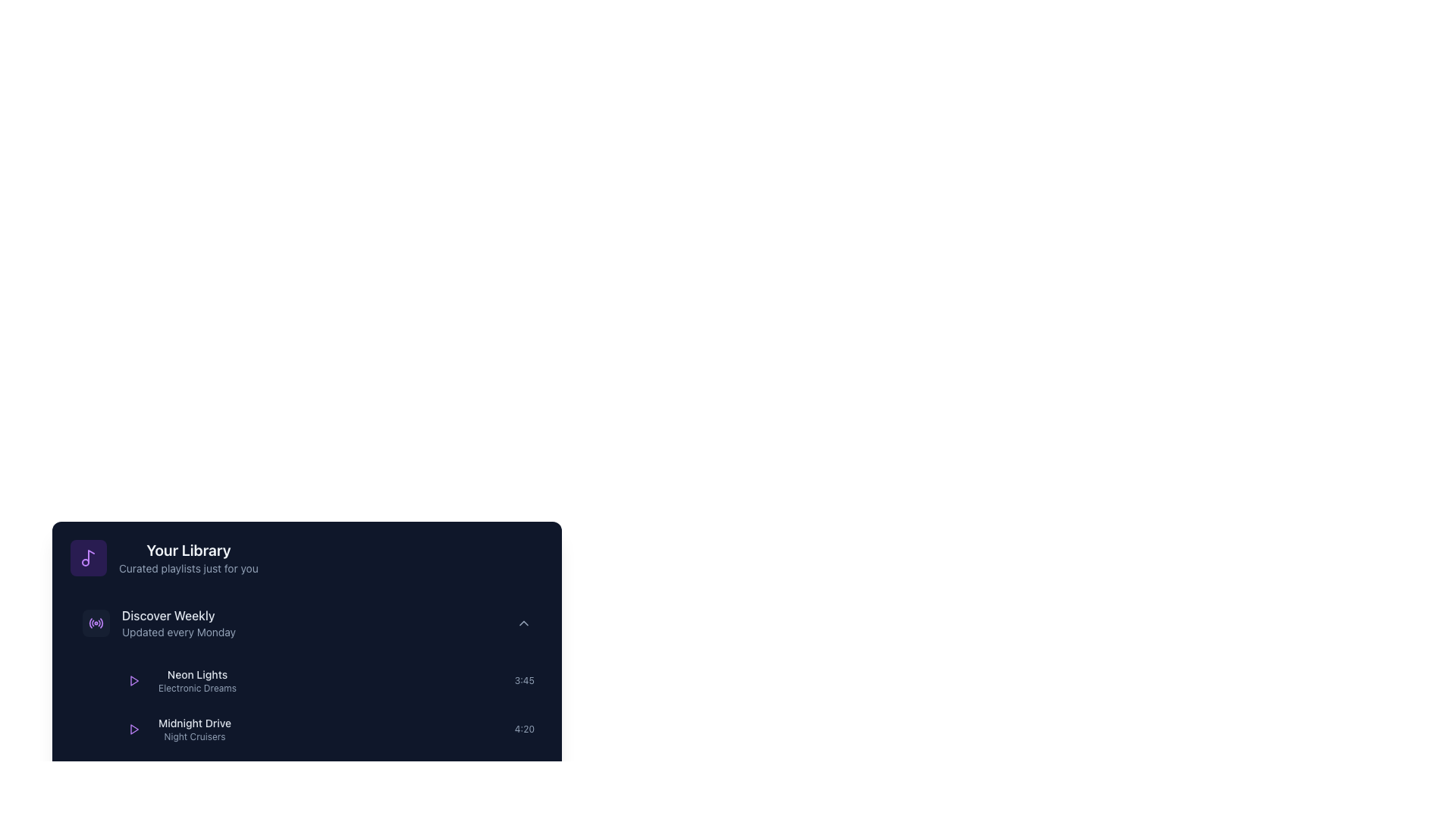 Image resolution: width=1456 pixels, height=819 pixels. What do you see at coordinates (95, 623) in the screenshot?
I see `the center of the 'active' or 'radio' status icon located in the bottom-left corner of the interface under 'Your Library', next to 'Discover Weekly'` at bounding box center [95, 623].